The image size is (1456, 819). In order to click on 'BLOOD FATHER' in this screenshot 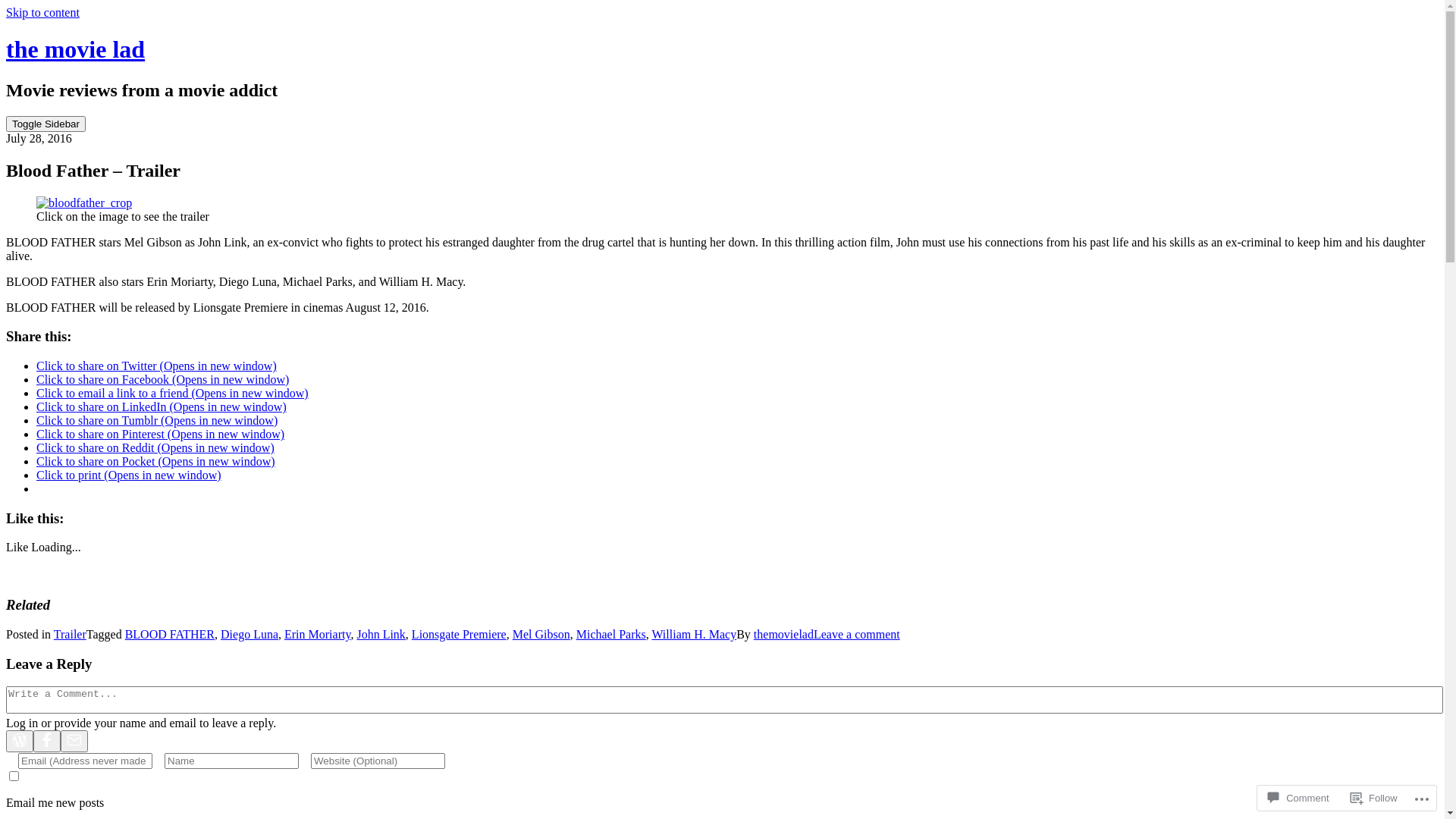, I will do `click(170, 634)`.